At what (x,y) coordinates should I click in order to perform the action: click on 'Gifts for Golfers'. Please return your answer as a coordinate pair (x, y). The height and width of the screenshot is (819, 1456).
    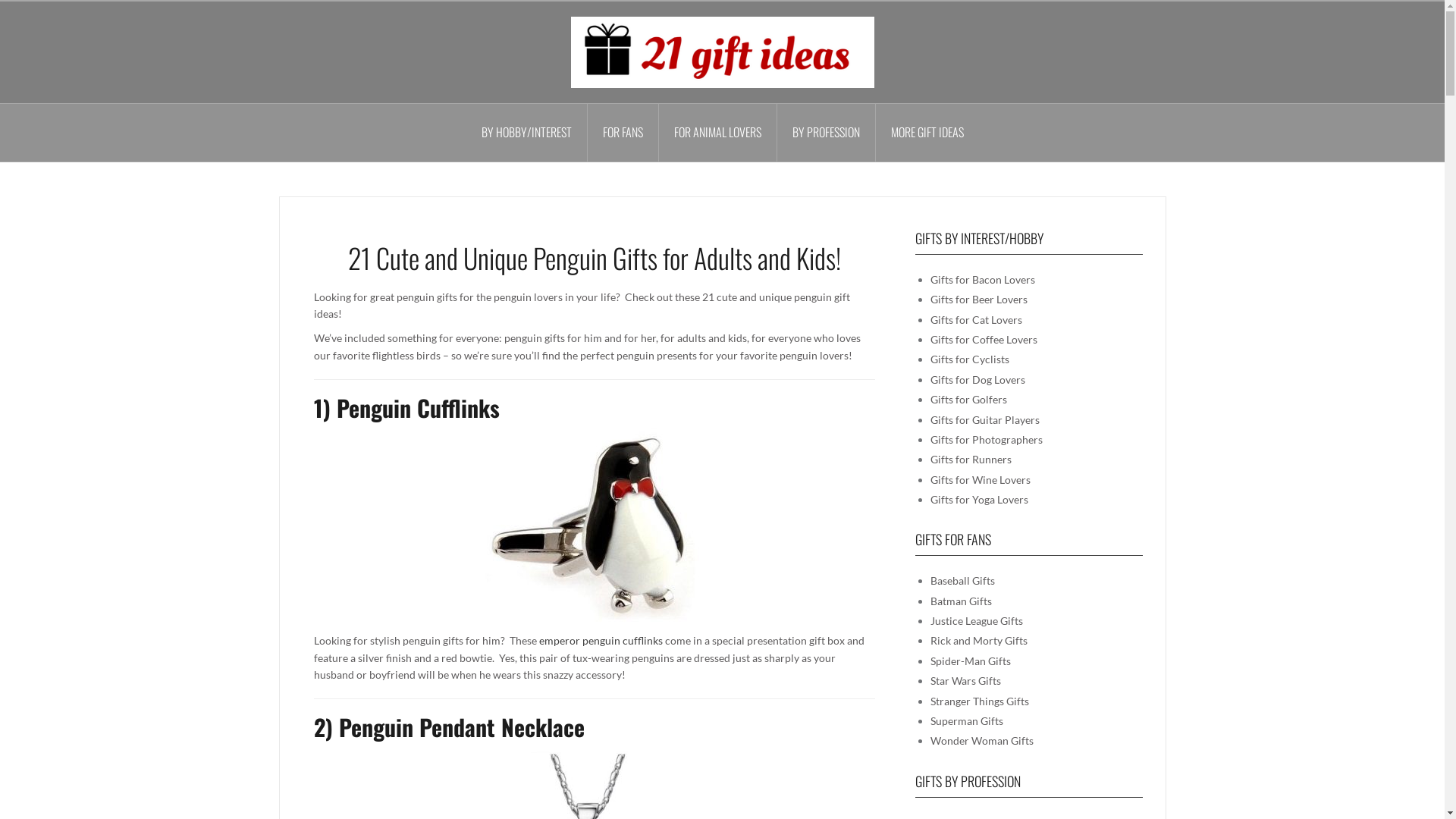
    Looking at the image, I should click on (967, 398).